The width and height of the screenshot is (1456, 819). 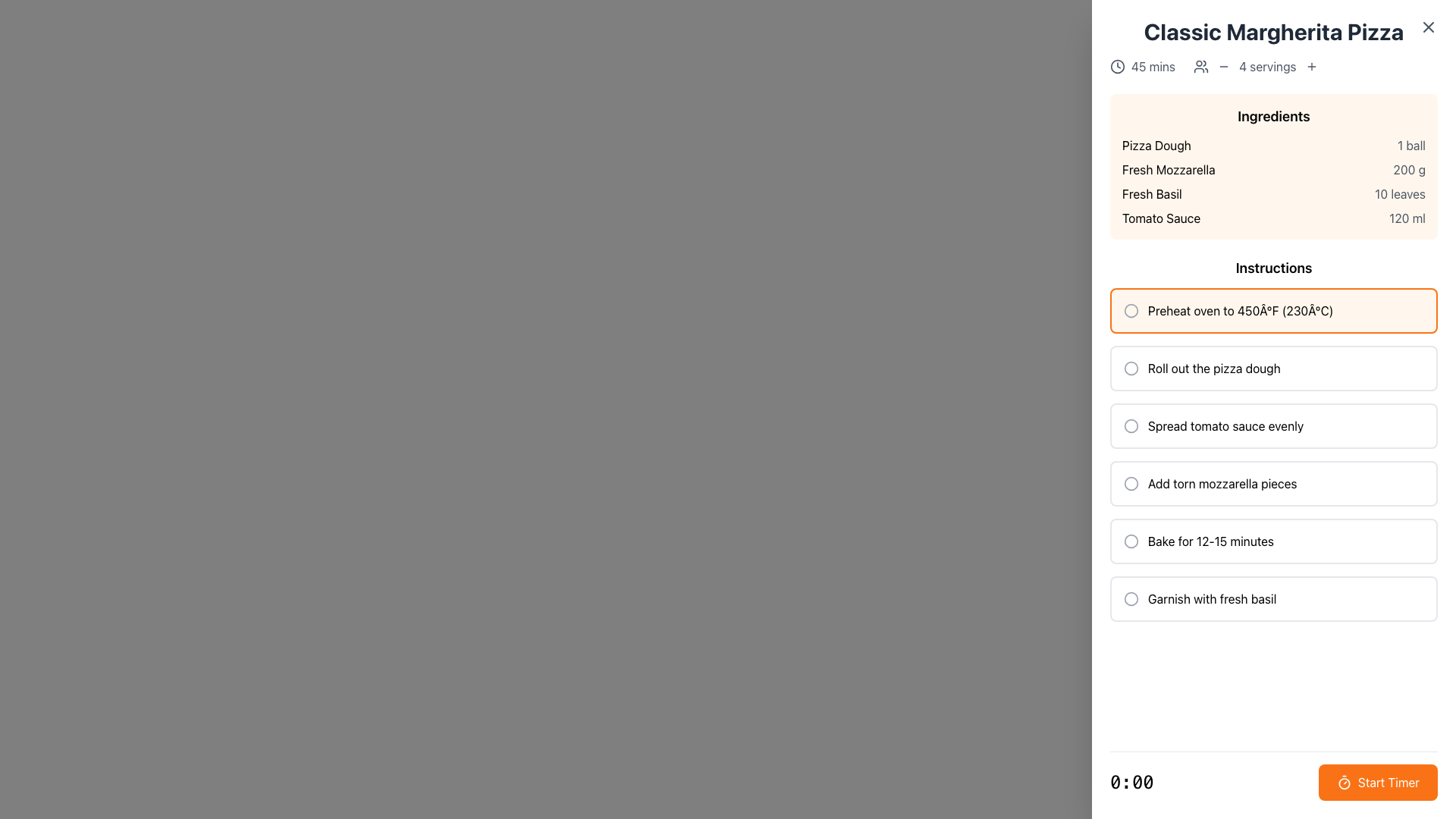 I want to click on the Text label displaying ingredient information in the 'Ingredients' section of the recipe interface, which is the third item in the list, positioned below 'Fresh Mozzarella' and above 'Tomato Sauce', so click(x=1152, y=193).